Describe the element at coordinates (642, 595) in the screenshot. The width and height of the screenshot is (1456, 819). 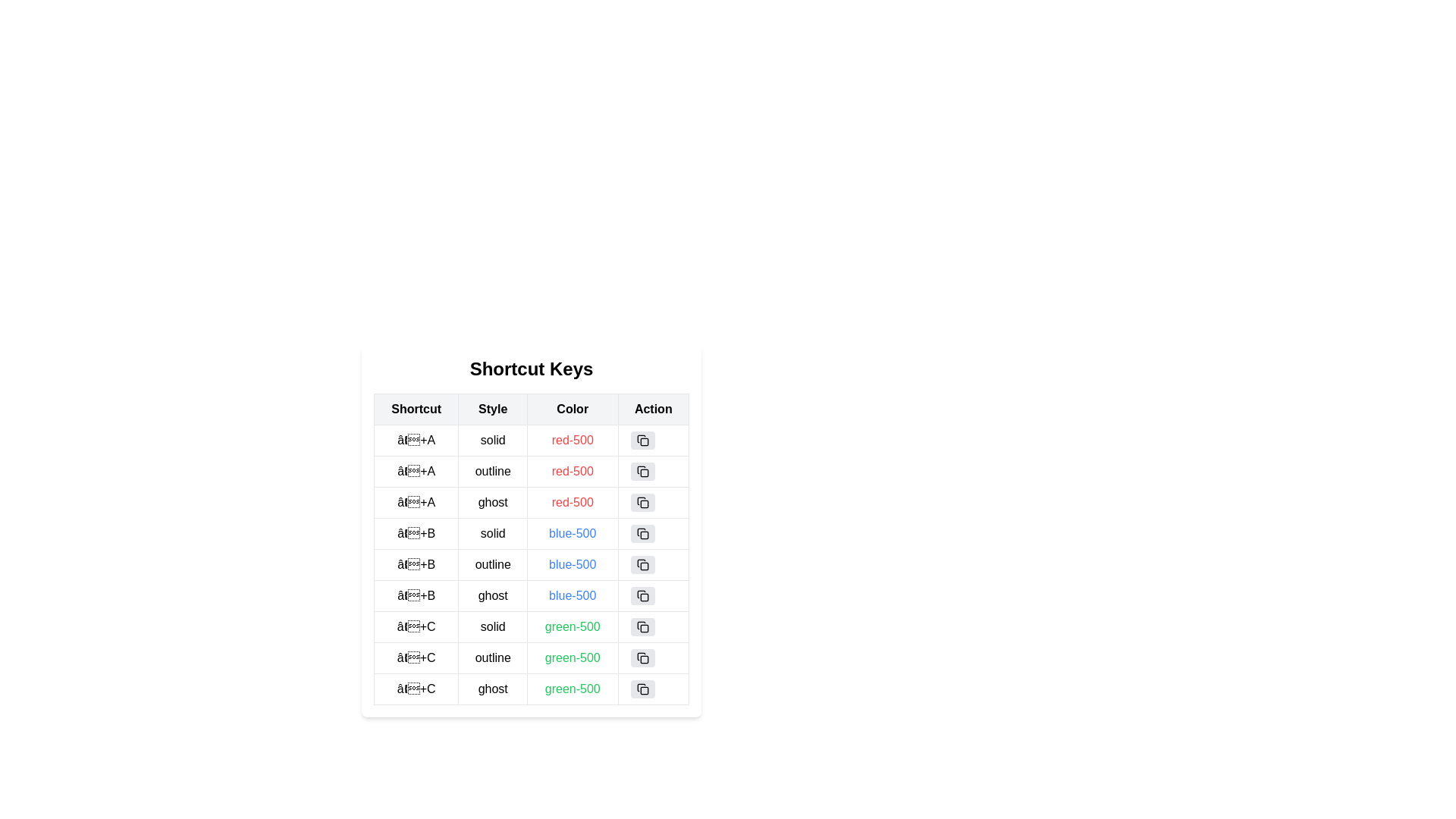
I see `the copy button located in the bottom-right corner of the 'ghost' button in the 'blue-500' row under the 'Action' column` at that location.